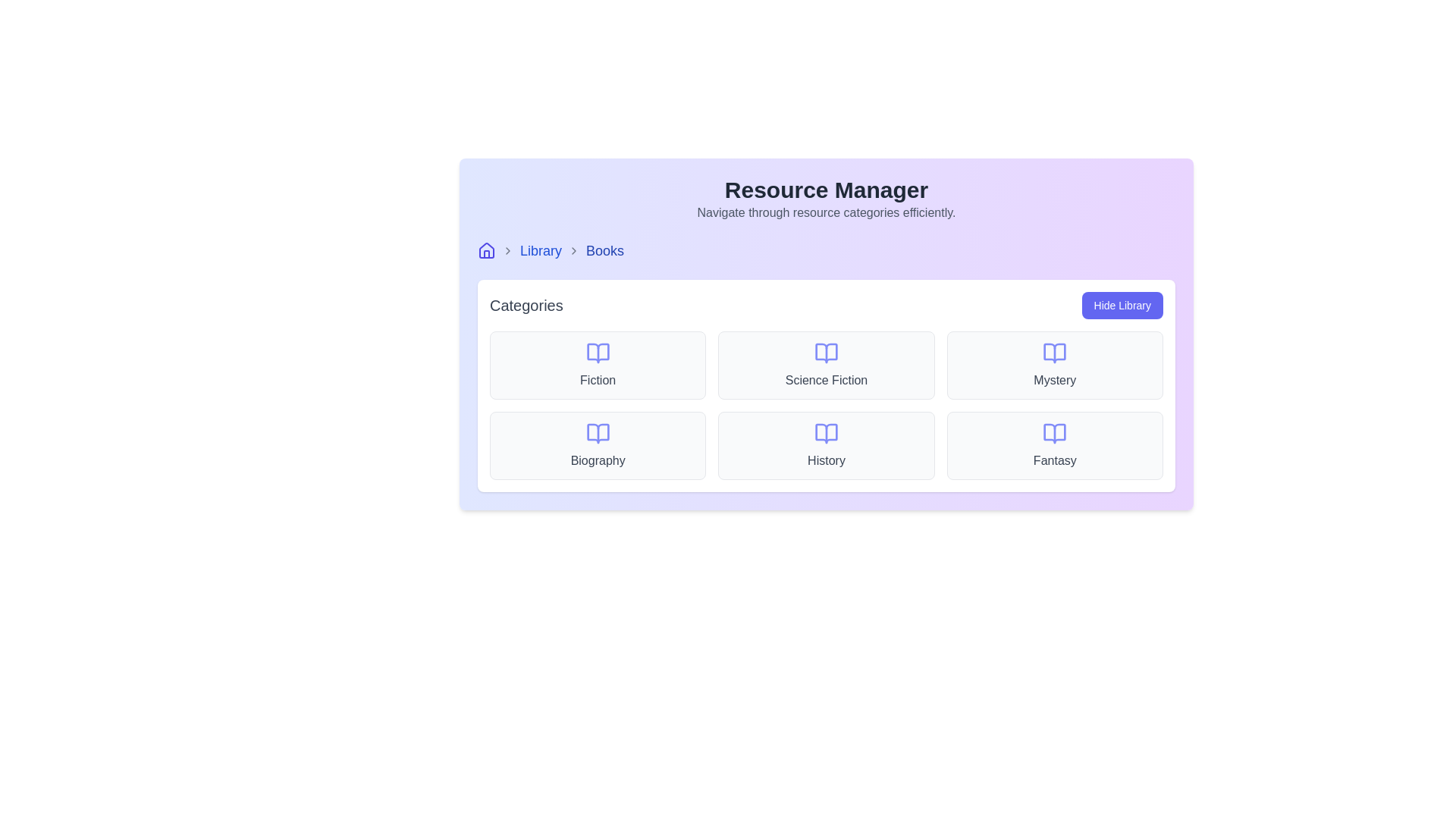  I want to click on the decorative icon representing the 'History' category within the Categories section, so click(825, 433).